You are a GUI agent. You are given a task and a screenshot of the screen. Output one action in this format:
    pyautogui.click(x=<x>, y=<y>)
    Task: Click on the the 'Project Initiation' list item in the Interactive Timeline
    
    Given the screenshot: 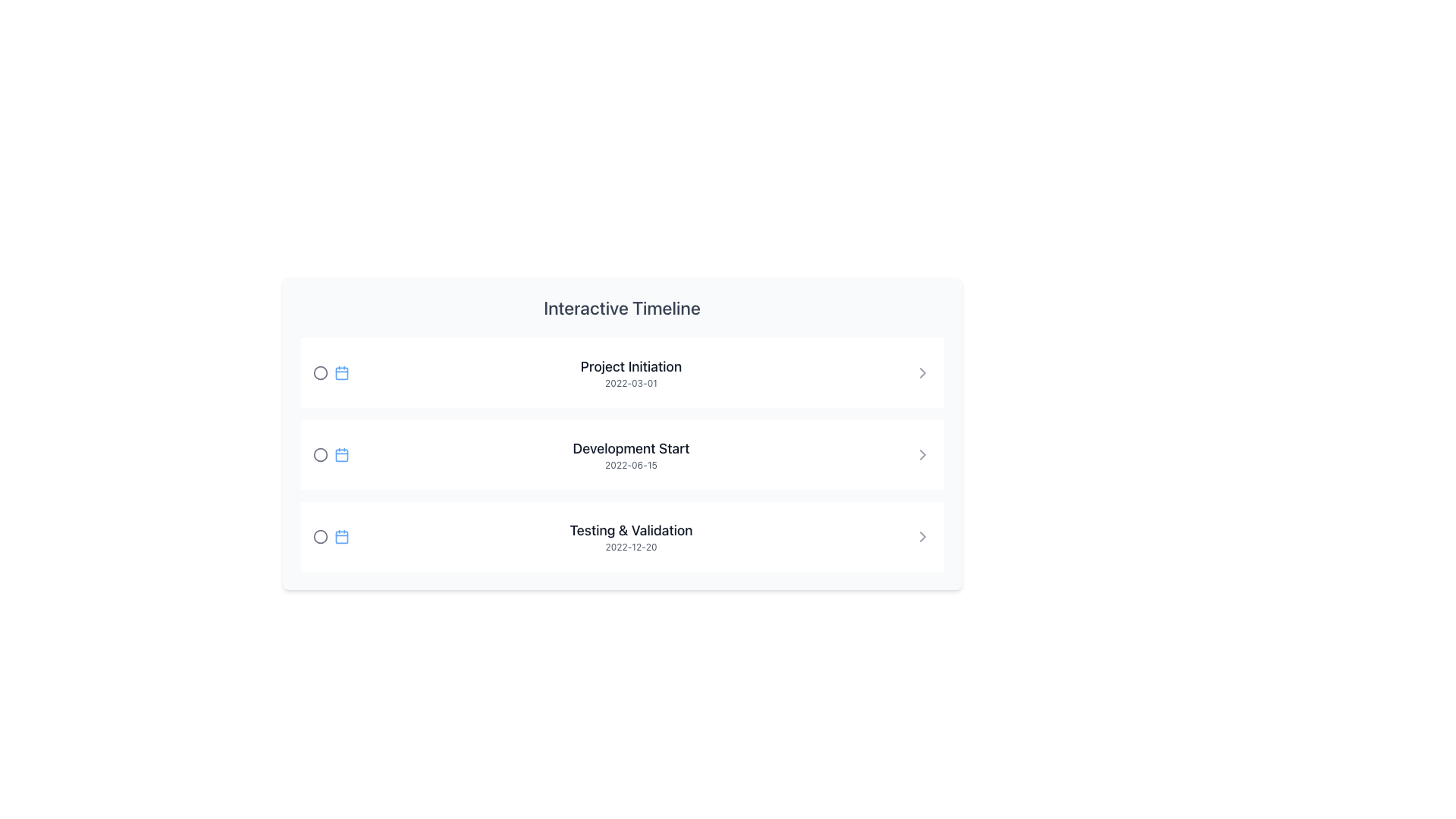 What is the action you would take?
    pyautogui.click(x=622, y=373)
    